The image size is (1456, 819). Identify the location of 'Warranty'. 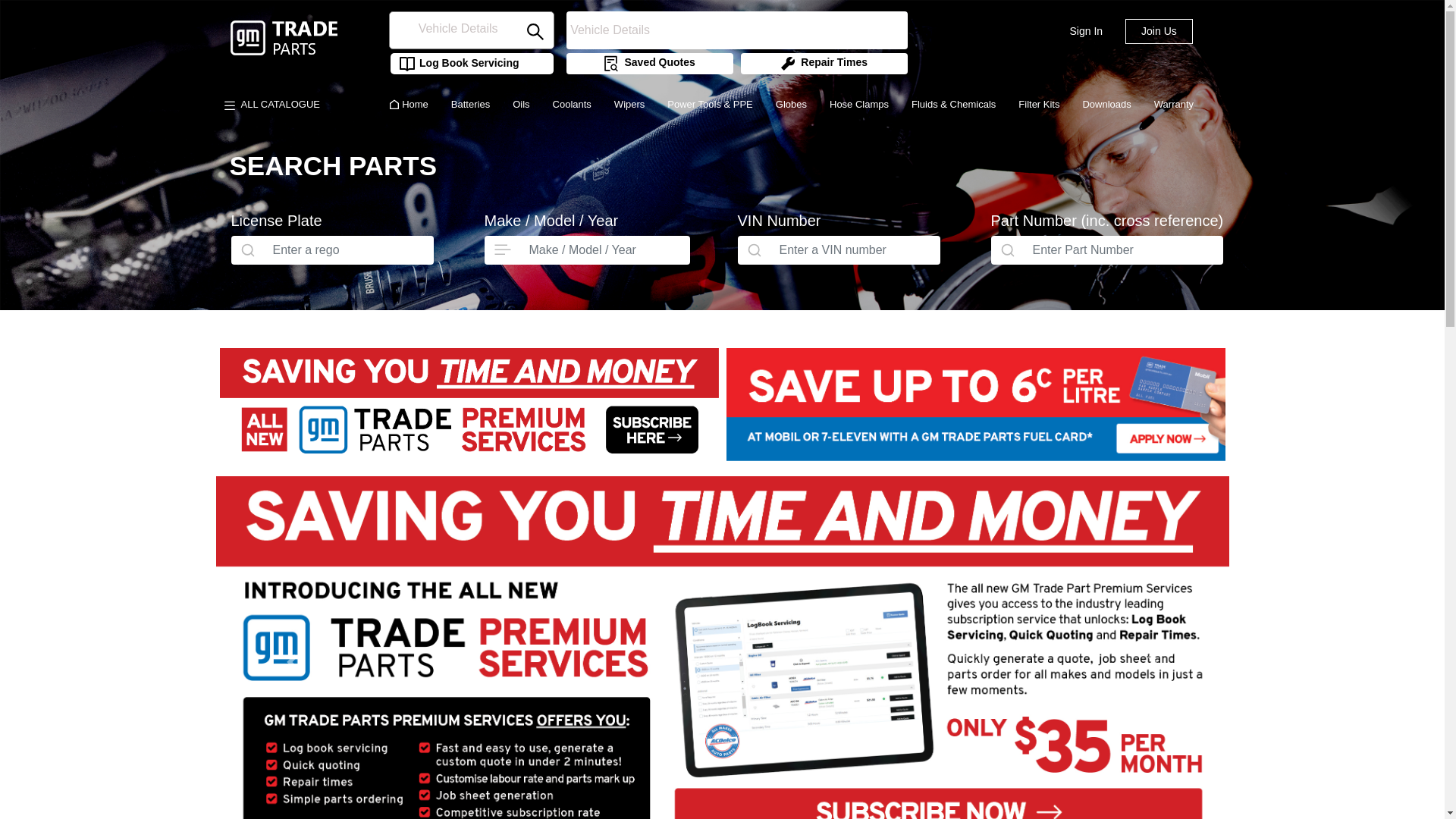
(1173, 104).